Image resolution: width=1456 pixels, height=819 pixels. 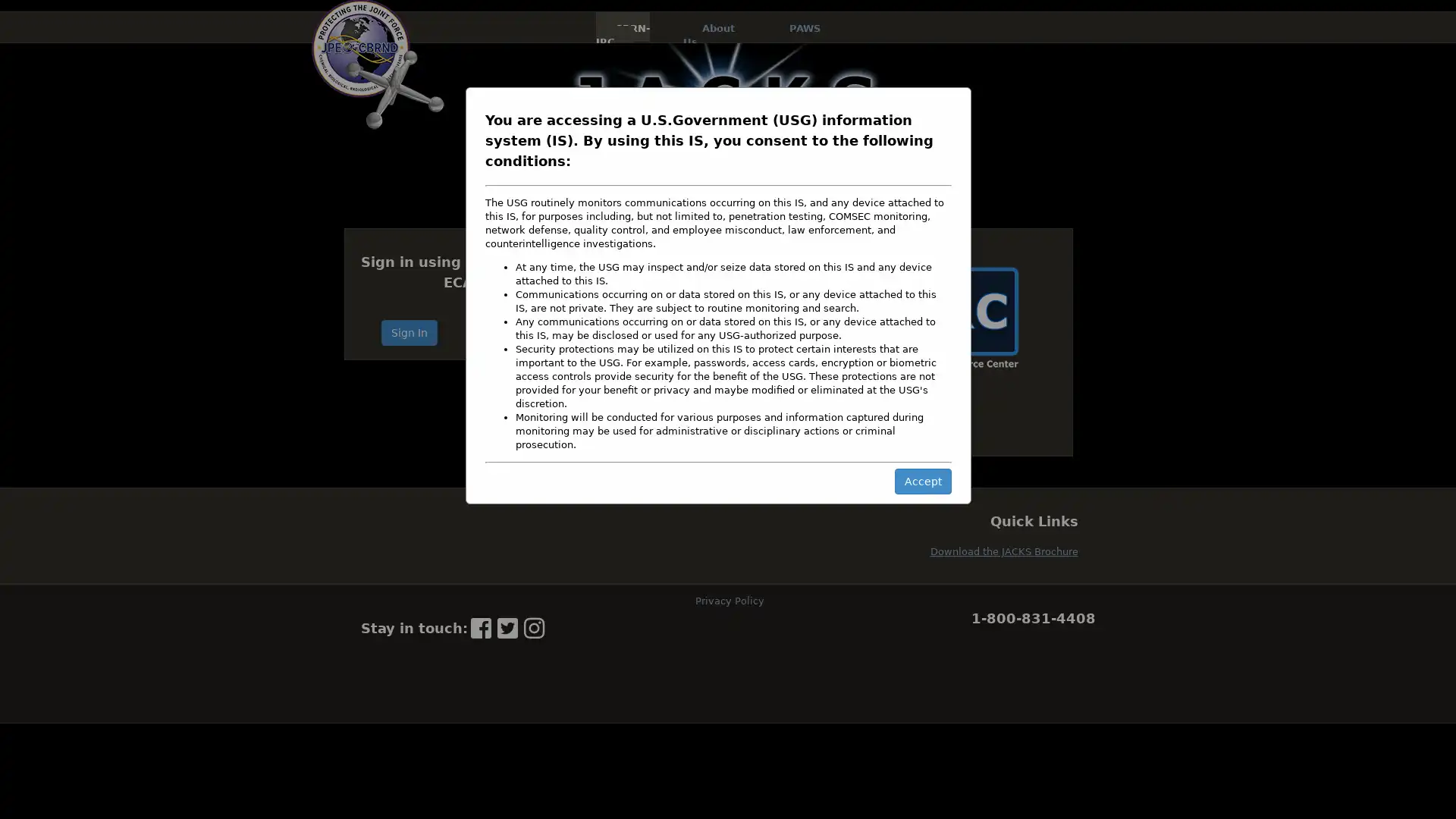 What do you see at coordinates (921, 480) in the screenshot?
I see `Accept` at bounding box center [921, 480].